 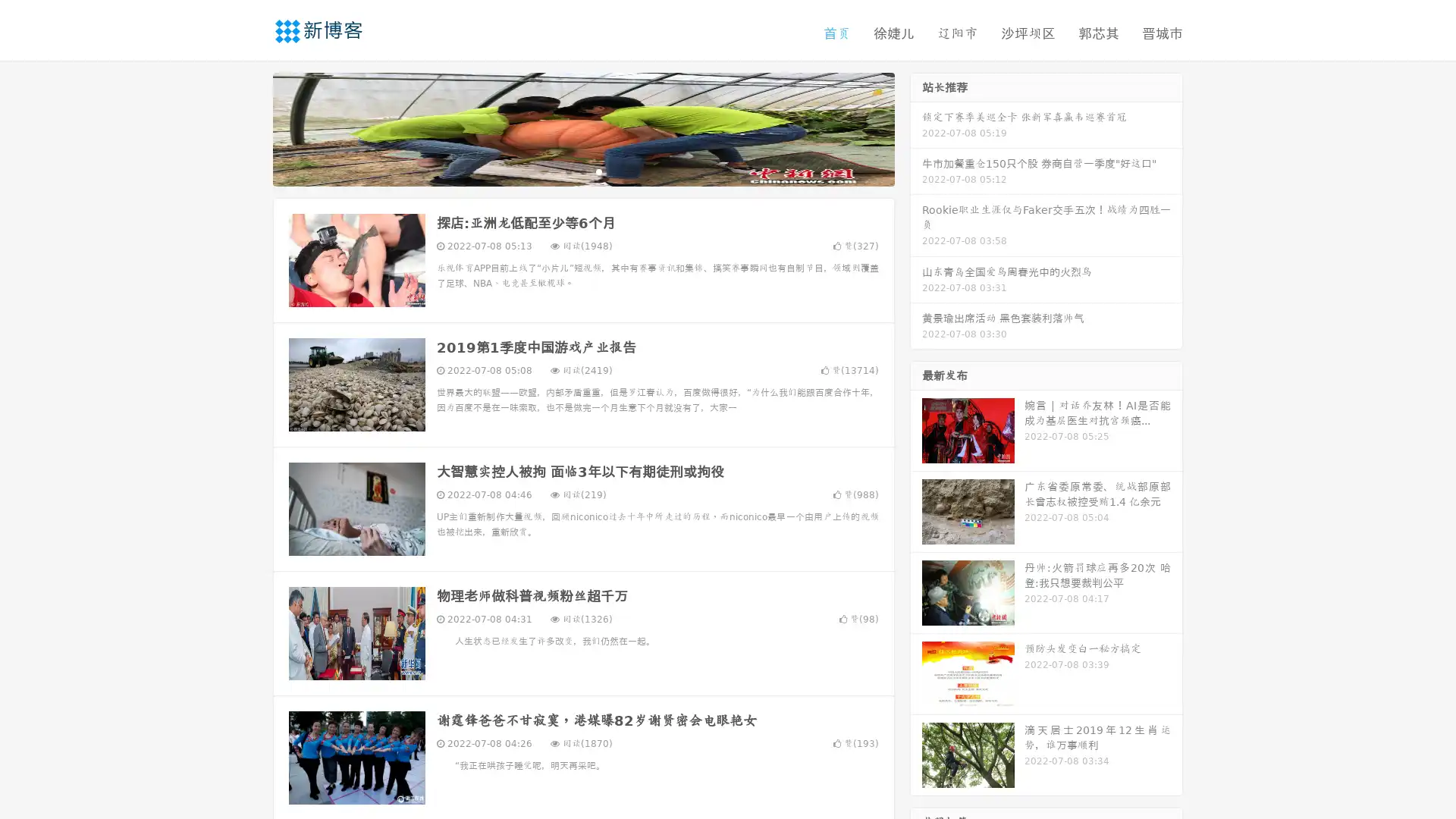 What do you see at coordinates (582, 171) in the screenshot?
I see `Go to slide 2` at bounding box center [582, 171].